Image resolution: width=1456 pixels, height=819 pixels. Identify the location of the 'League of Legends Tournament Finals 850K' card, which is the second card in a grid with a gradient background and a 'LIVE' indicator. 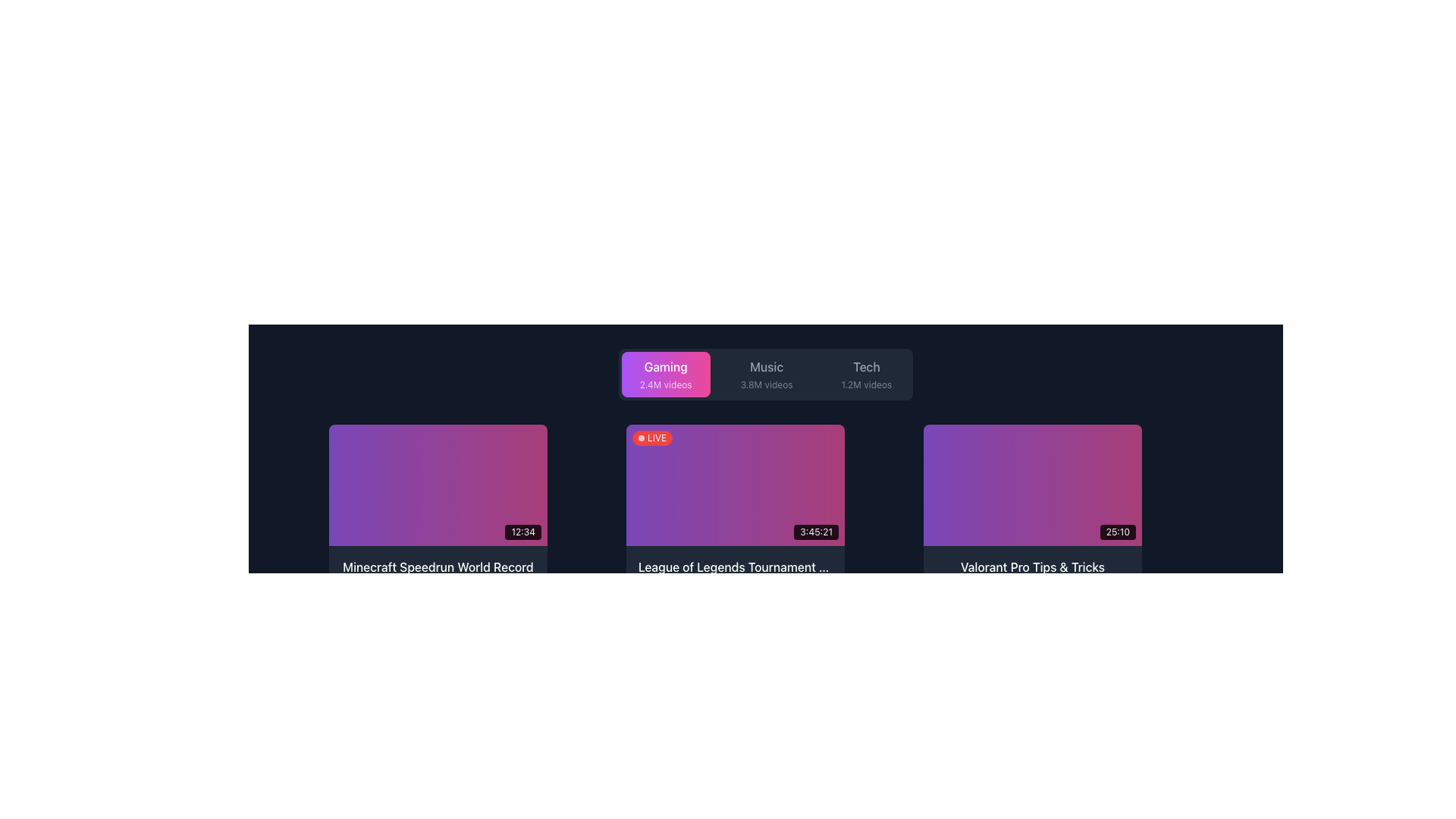
(735, 516).